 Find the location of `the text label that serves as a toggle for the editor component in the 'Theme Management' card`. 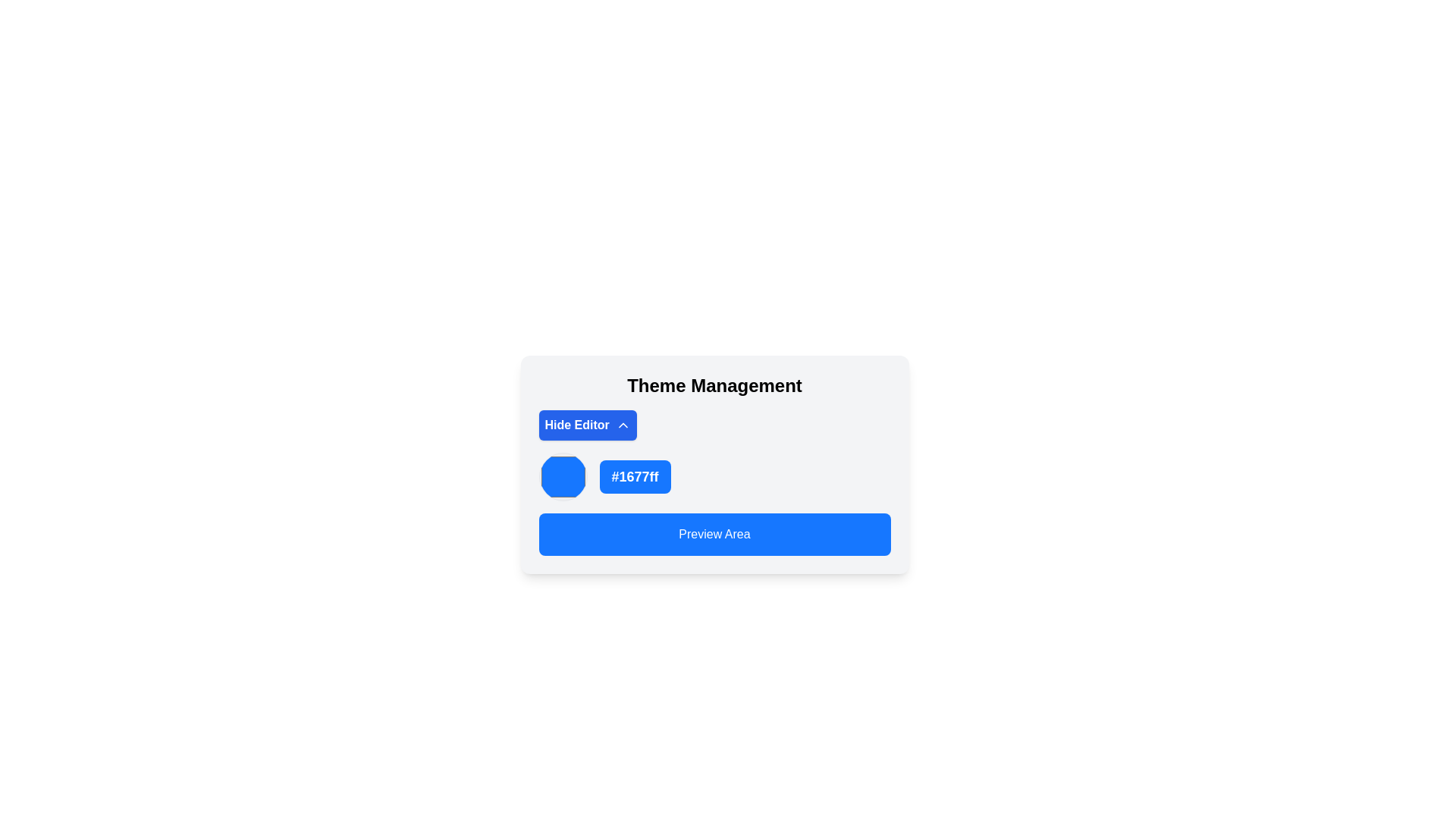

the text label that serves as a toggle for the editor component in the 'Theme Management' card is located at coordinates (576, 425).